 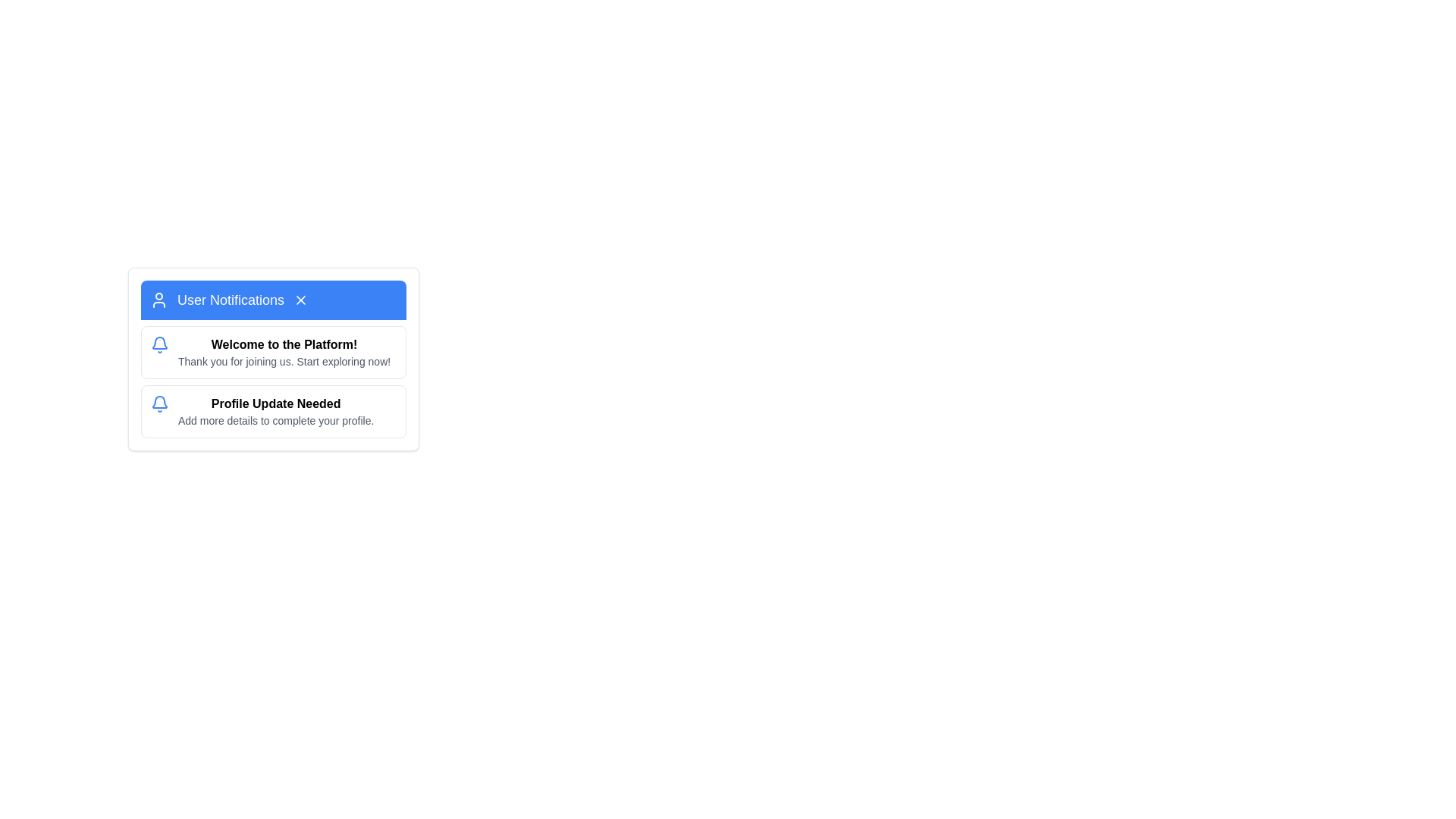 What do you see at coordinates (284, 353) in the screenshot?
I see `text displayed in the notification component that says 'Welcome to the Platform!' and 'Thank you for joining us. Start exploring now!'. This text is found within the first notification entry of the bordered and rounded notification panel` at bounding box center [284, 353].